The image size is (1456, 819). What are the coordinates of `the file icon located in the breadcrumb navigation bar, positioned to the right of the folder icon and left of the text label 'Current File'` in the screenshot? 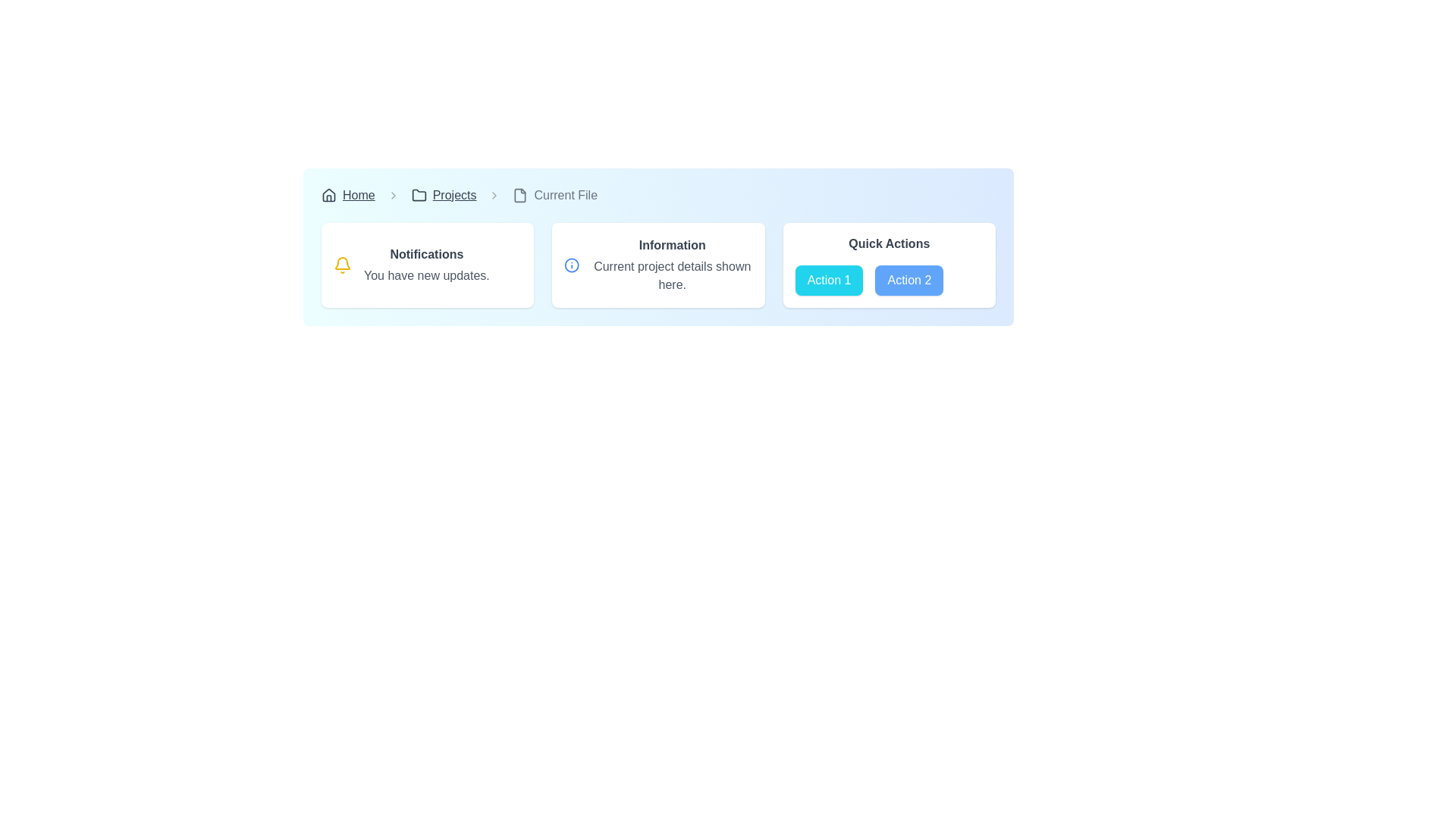 It's located at (520, 195).